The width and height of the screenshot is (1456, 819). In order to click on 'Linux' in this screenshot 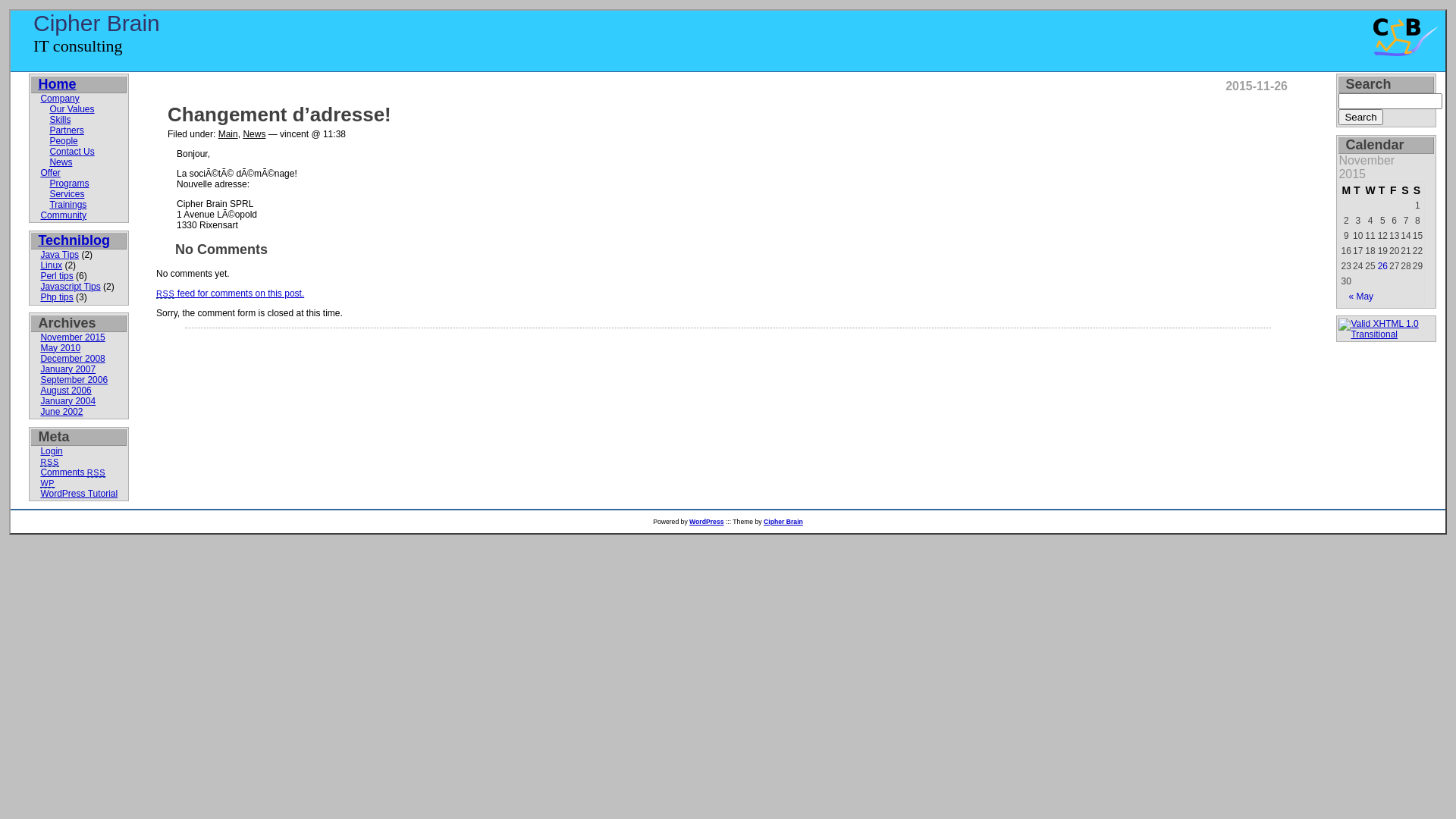, I will do `click(51, 265)`.